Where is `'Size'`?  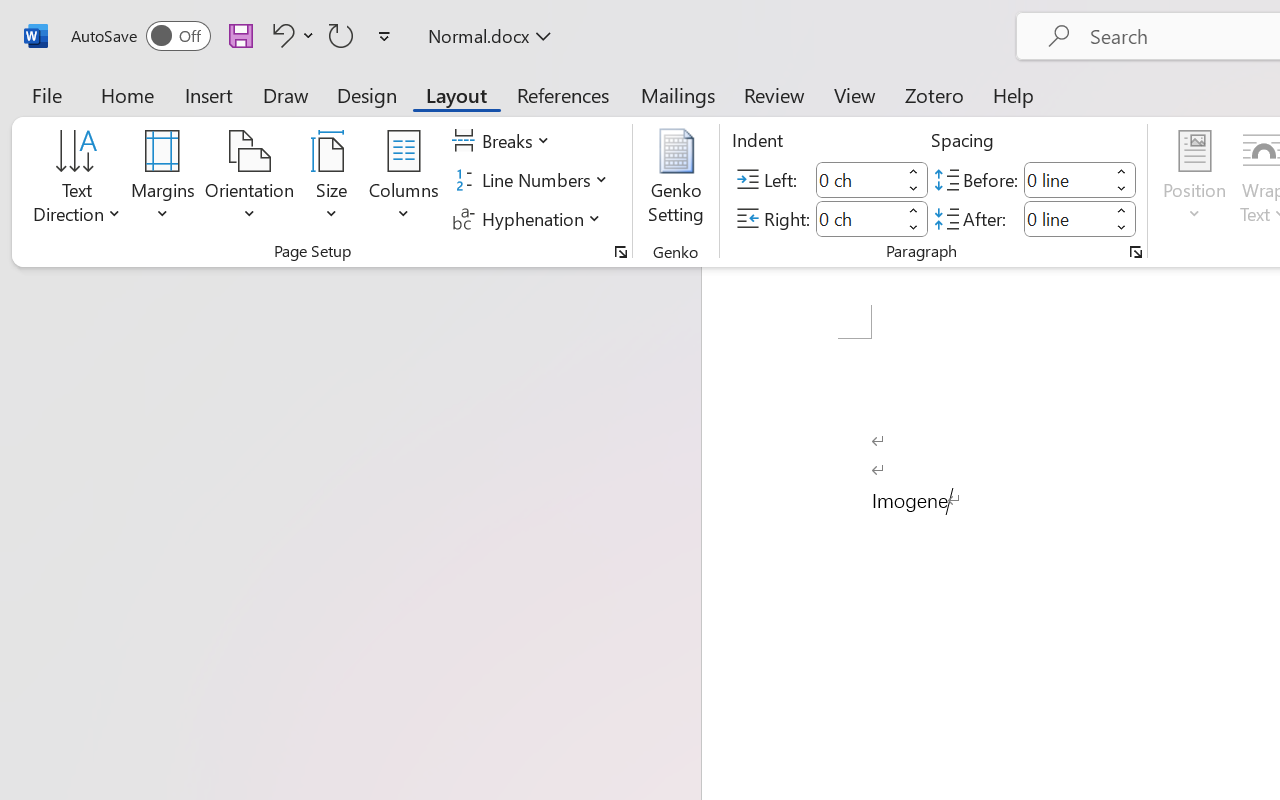 'Size' is located at coordinates (332, 179).